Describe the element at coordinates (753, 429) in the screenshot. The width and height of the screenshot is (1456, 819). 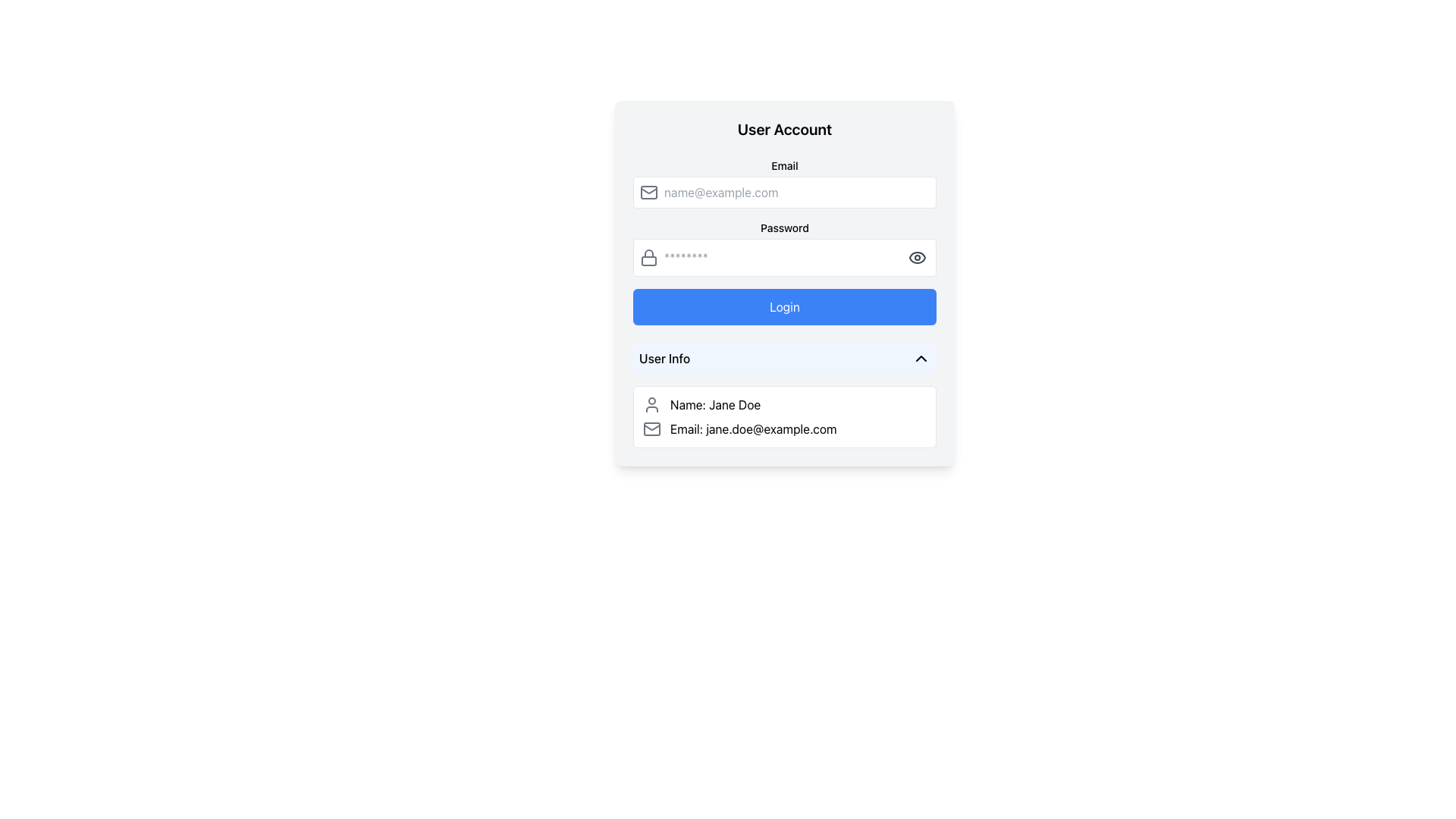
I see `user's email address displayed in the text label located at the bottom-right of the 'User Info' section under the 'User Account' panel, adjacent to the envelope icon` at that location.